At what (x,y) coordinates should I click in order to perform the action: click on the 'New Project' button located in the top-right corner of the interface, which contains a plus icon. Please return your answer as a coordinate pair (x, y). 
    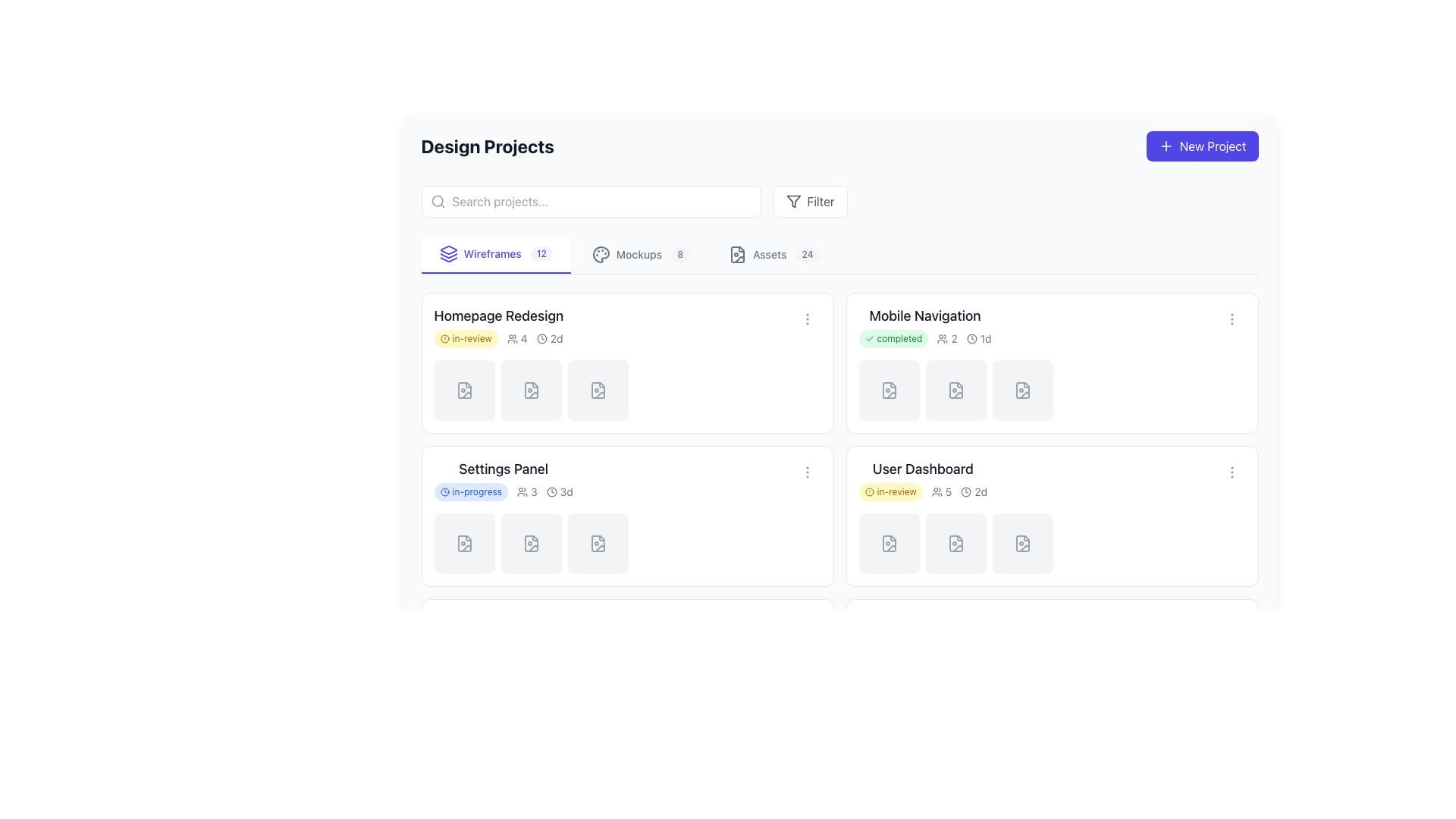
    Looking at the image, I should click on (1165, 146).